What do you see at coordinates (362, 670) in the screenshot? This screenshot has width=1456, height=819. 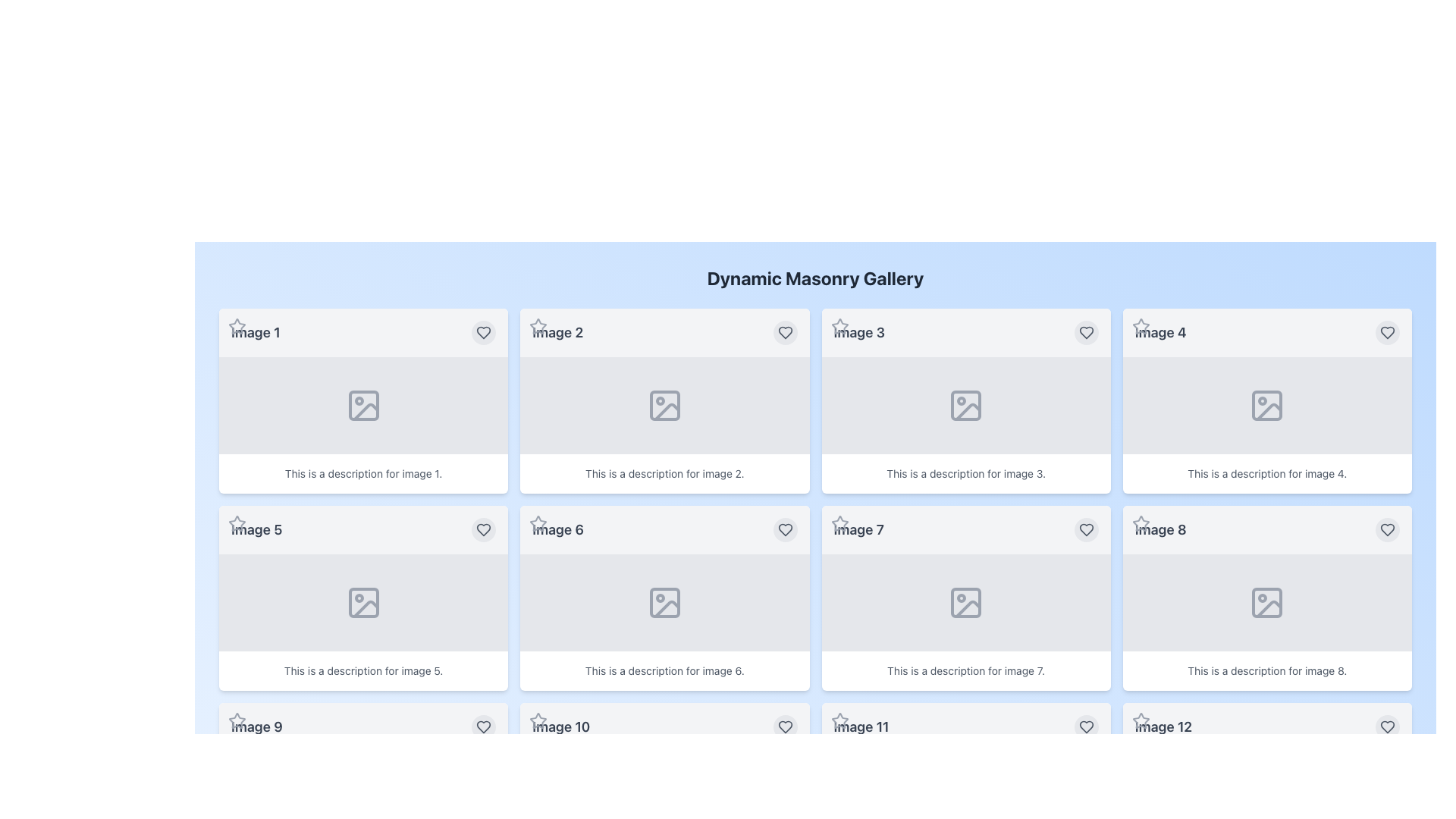 I see `the descriptive label text block located at the bottom of the card labeled 'Image 5' in the second row, first column of the grid` at bounding box center [362, 670].